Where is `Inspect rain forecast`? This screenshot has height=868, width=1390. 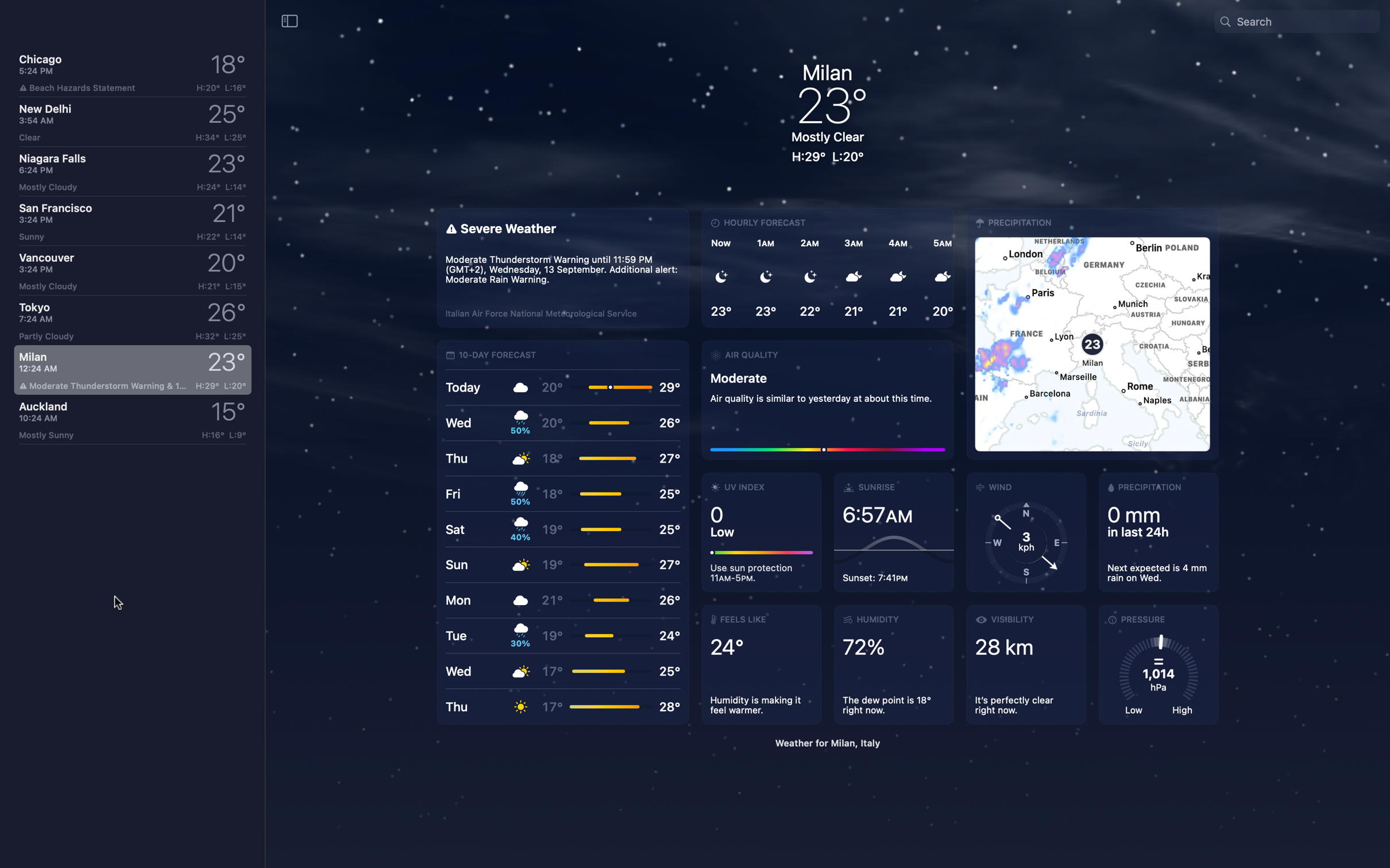 Inspect rain forecast is located at coordinates (1155, 533).